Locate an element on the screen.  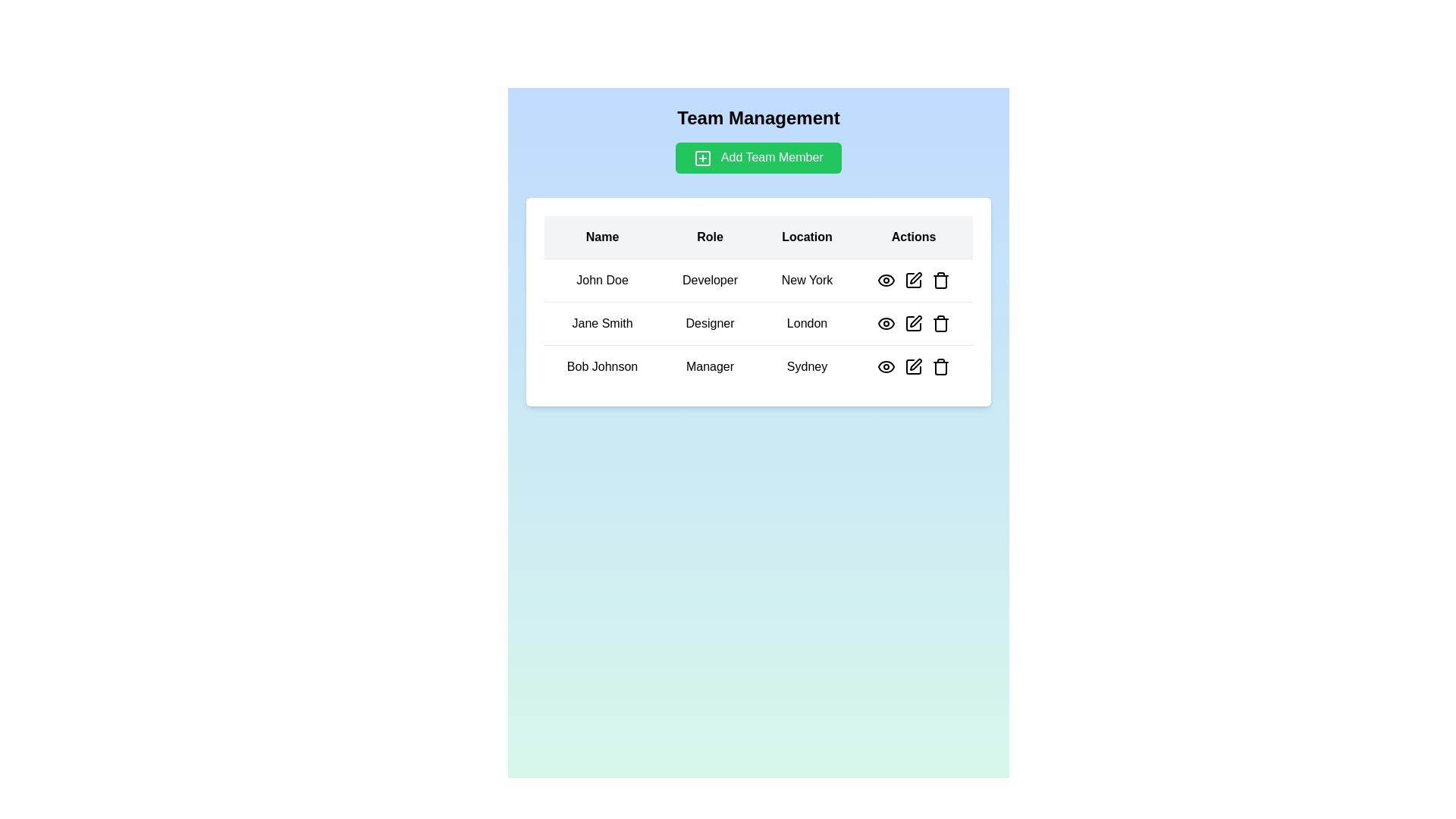
the text label displaying the name 'Bob Johnson' located in the 'Name' column of the third row of the table is located at coordinates (601, 366).